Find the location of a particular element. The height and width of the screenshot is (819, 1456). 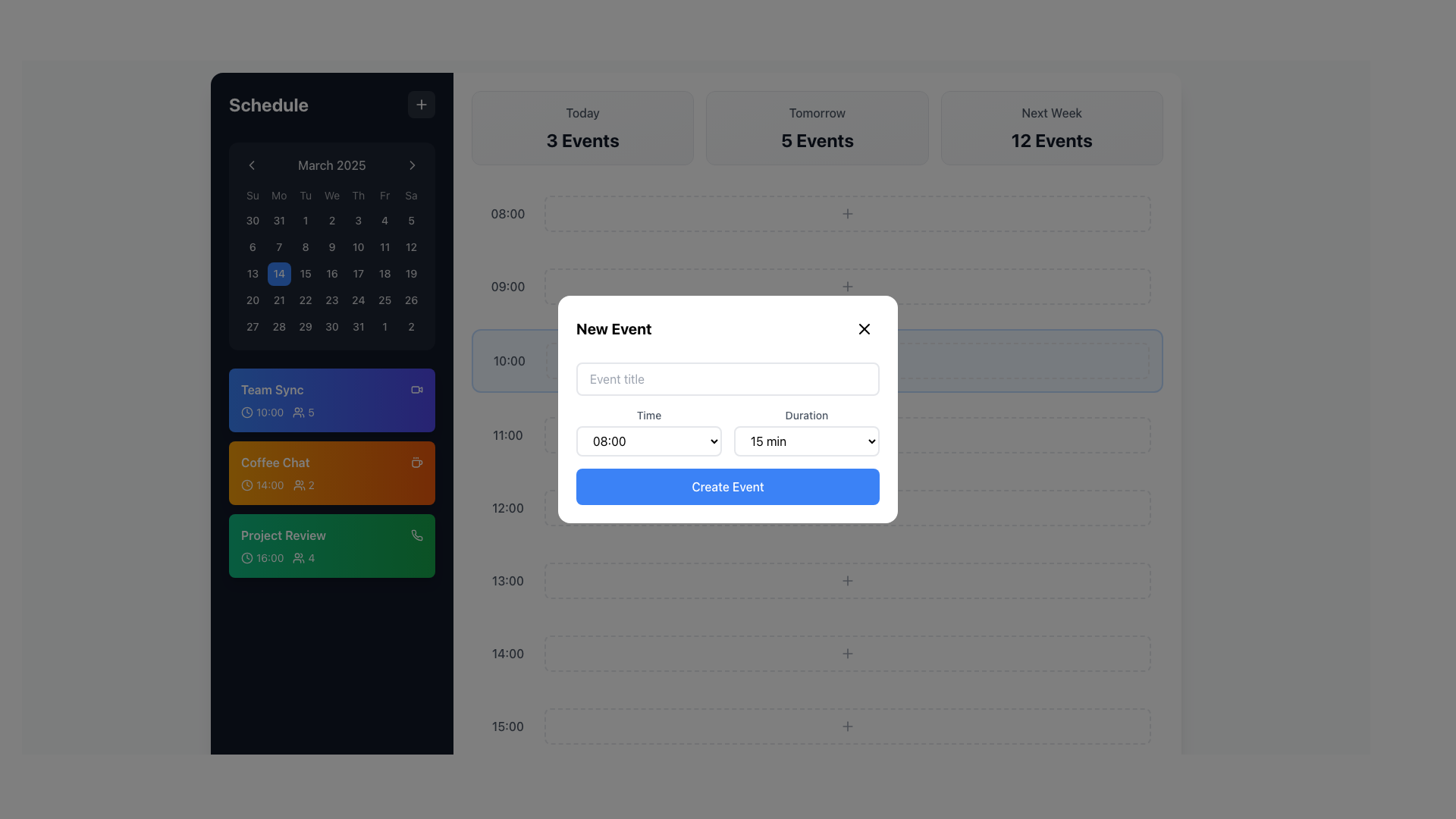

the circular button with a dark background and a '+' icon, located at the top-right corner of the 'Schedule' panel to observe hover effects is located at coordinates (422, 104).